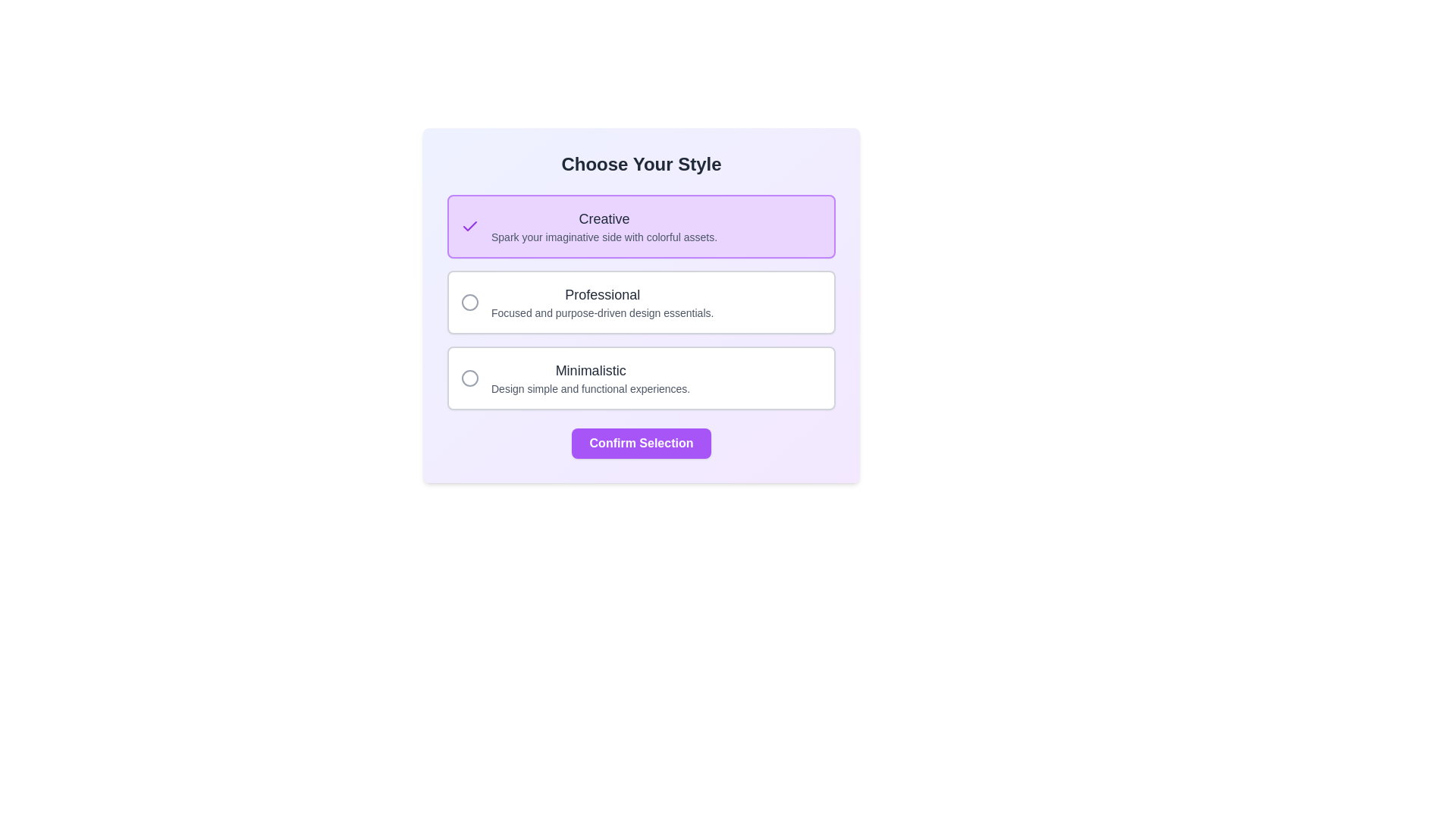  Describe the element at coordinates (590, 377) in the screenshot. I see `static text block titled 'Minimalistic' which describes 'Design simple and functional experiences.' located in the third option block of the vertical selection menu` at that location.